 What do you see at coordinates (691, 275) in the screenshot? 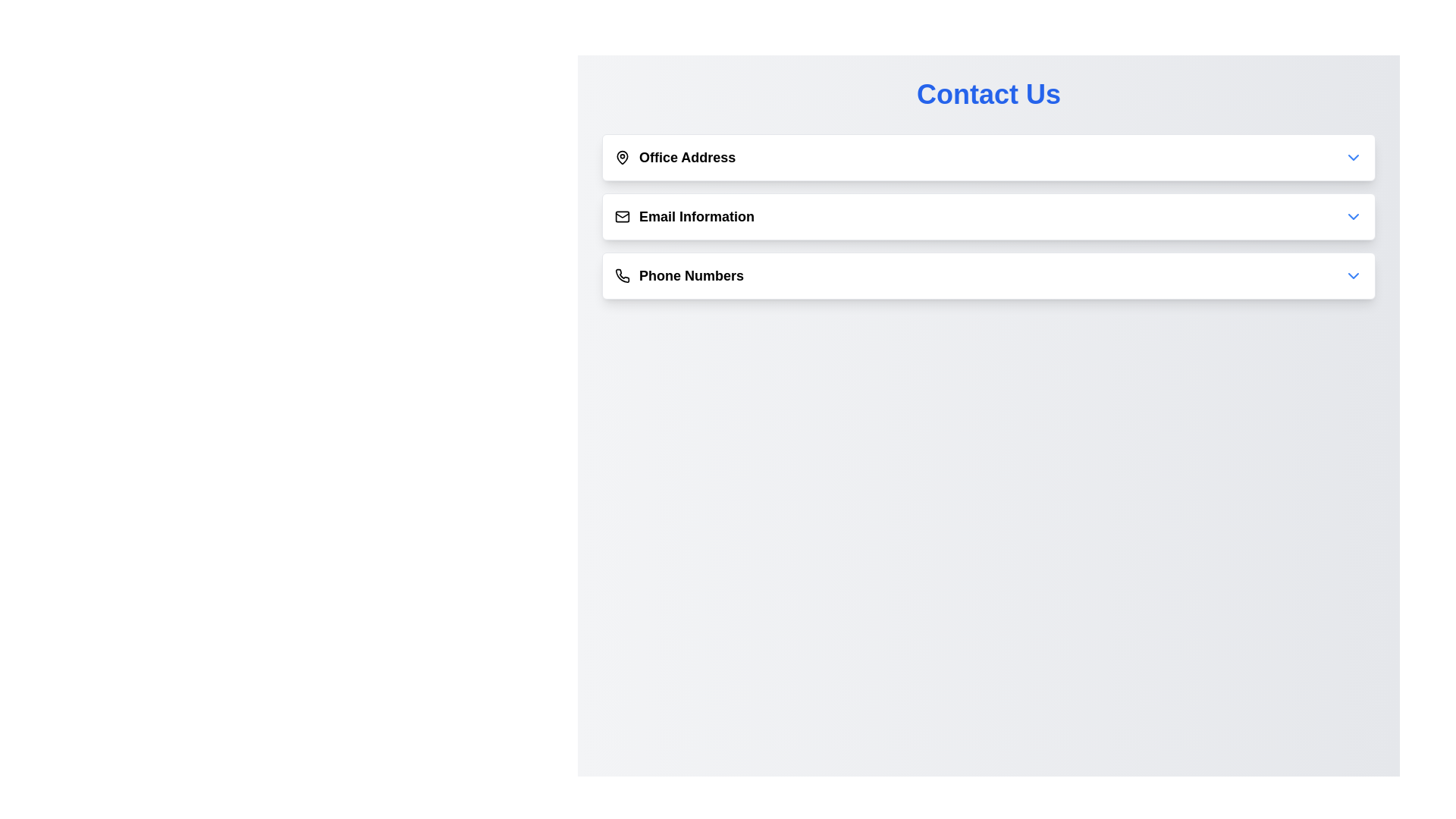
I see `the text label element that displays 'Phone Numbers' in bold, black text as part of the 'Contact Us' section` at bounding box center [691, 275].